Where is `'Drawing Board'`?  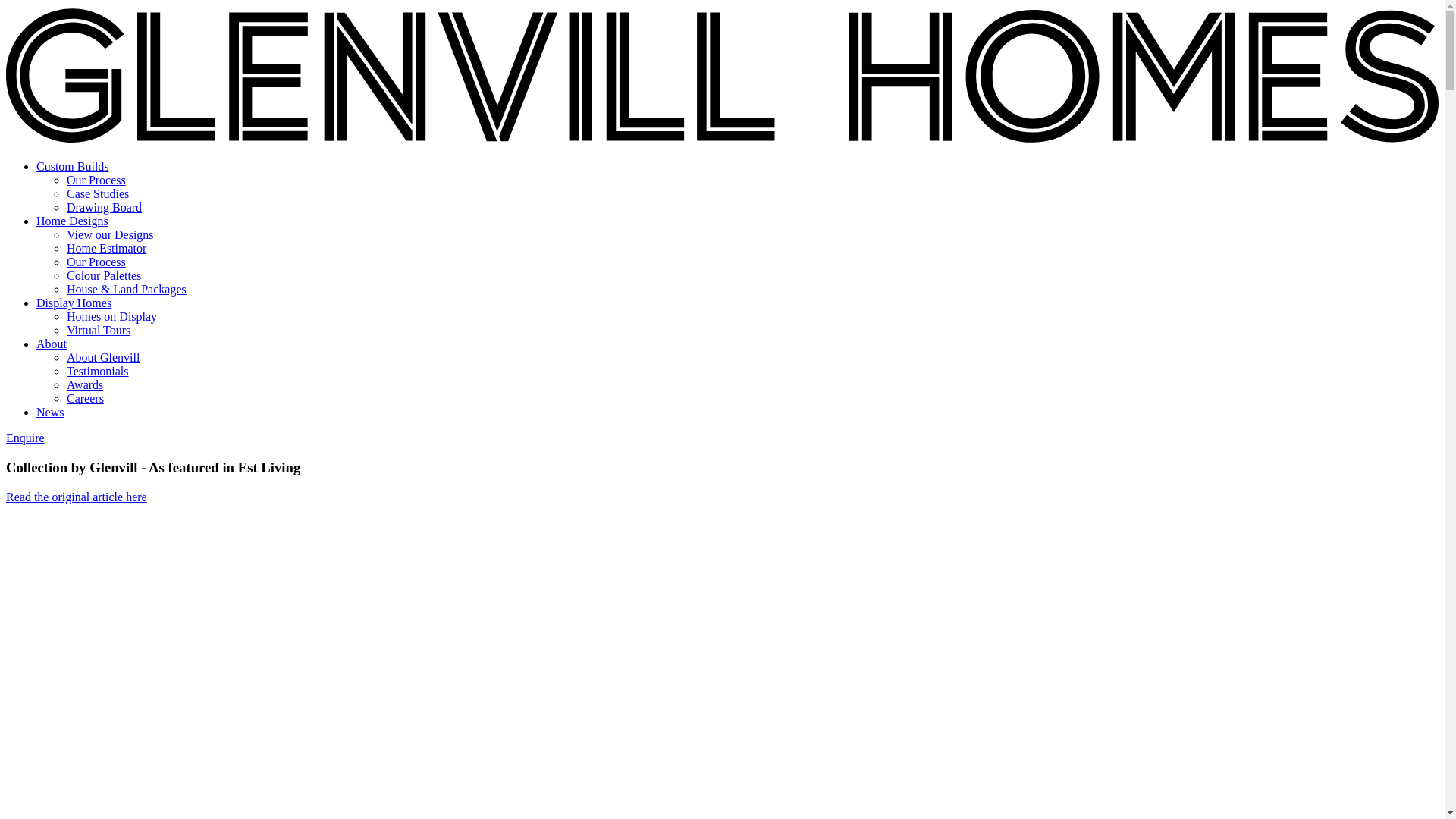
'Drawing Board' is located at coordinates (103, 207).